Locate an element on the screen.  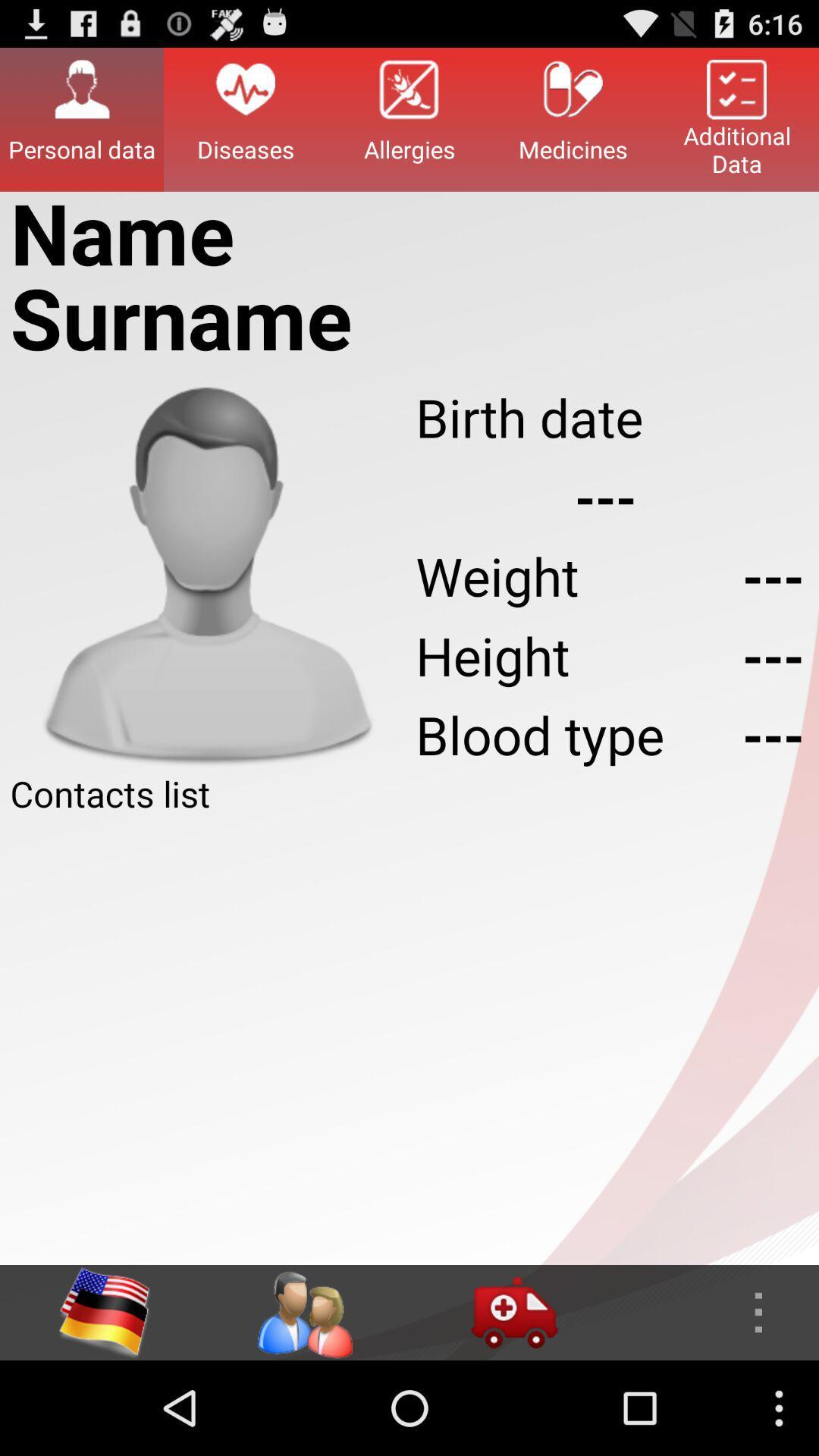
the icon next to medicines button is located at coordinates (409, 118).